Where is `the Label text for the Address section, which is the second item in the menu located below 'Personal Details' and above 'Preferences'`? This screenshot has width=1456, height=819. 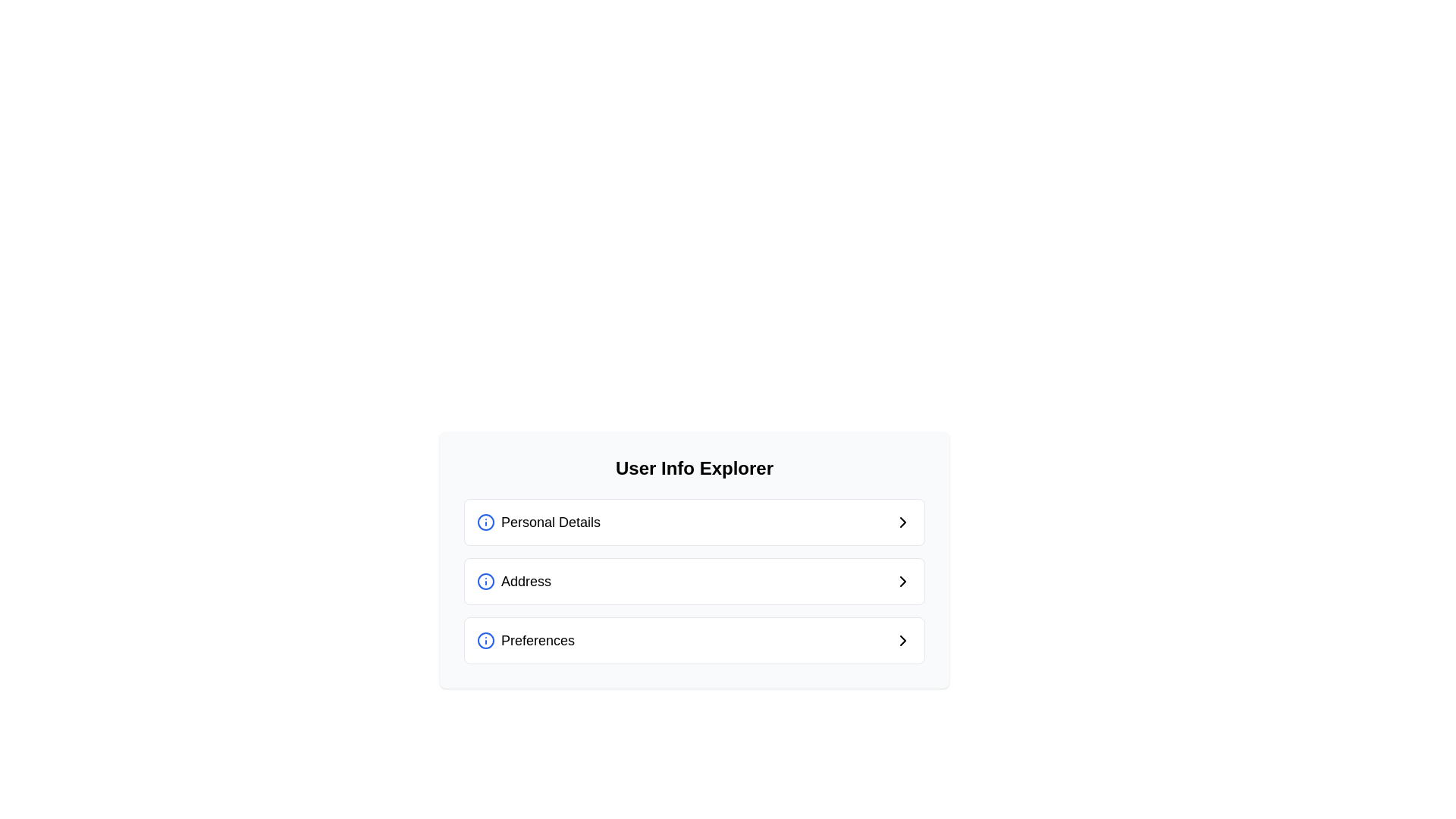 the Label text for the Address section, which is the second item in the menu located below 'Personal Details' and above 'Preferences' is located at coordinates (526, 581).